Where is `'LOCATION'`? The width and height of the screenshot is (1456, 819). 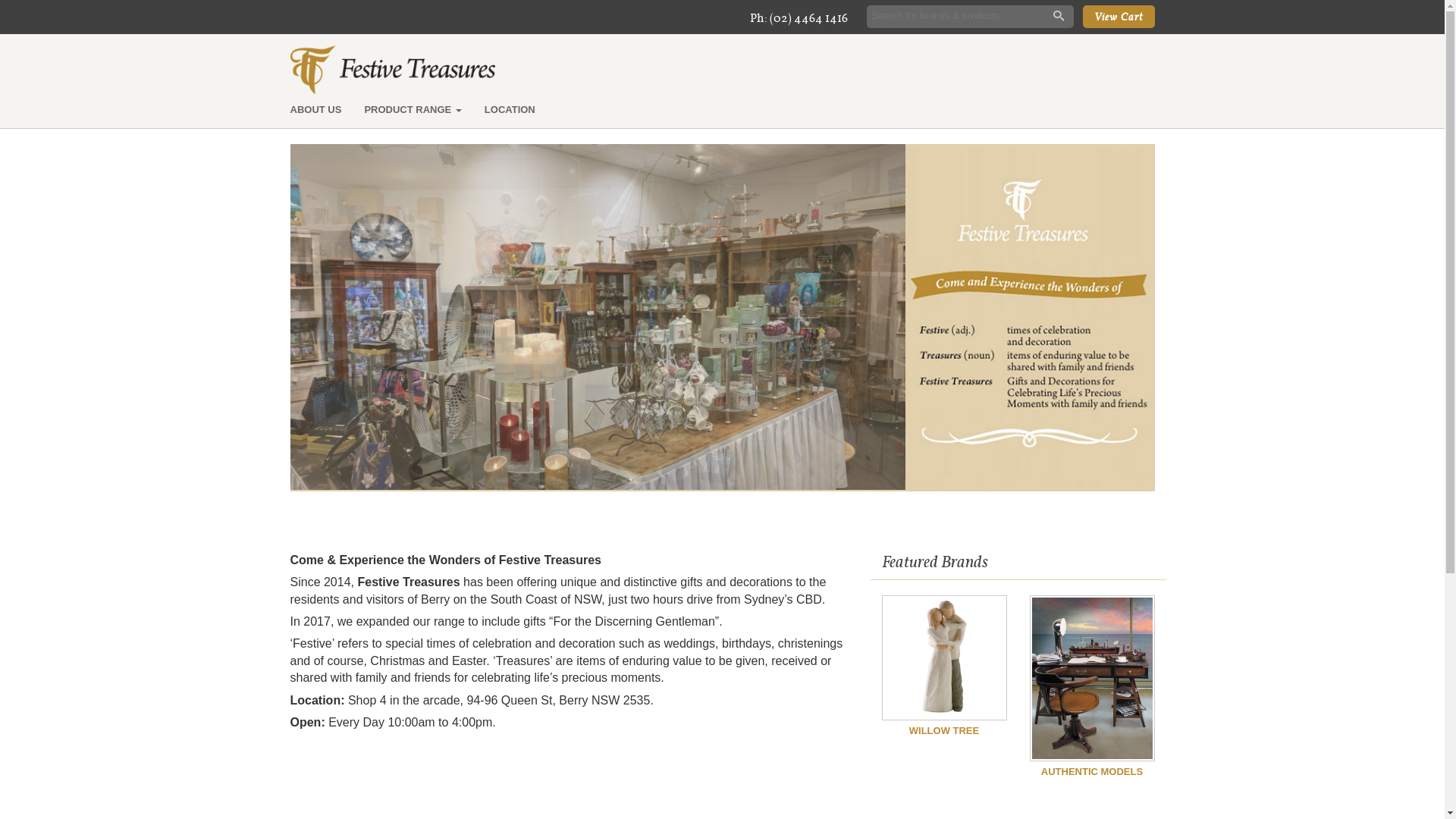 'LOCATION' is located at coordinates (510, 109).